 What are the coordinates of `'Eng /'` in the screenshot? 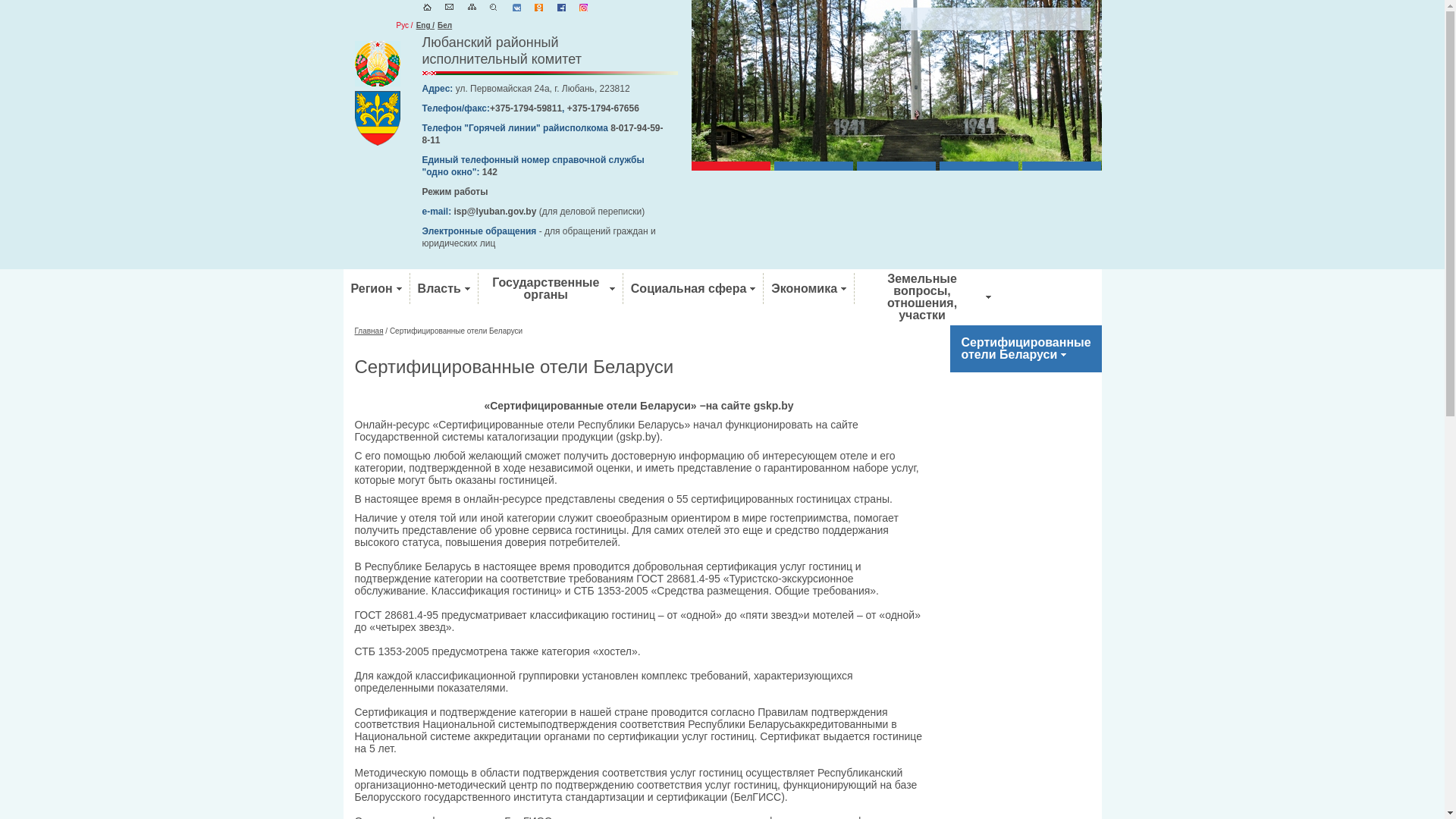 It's located at (425, 25).